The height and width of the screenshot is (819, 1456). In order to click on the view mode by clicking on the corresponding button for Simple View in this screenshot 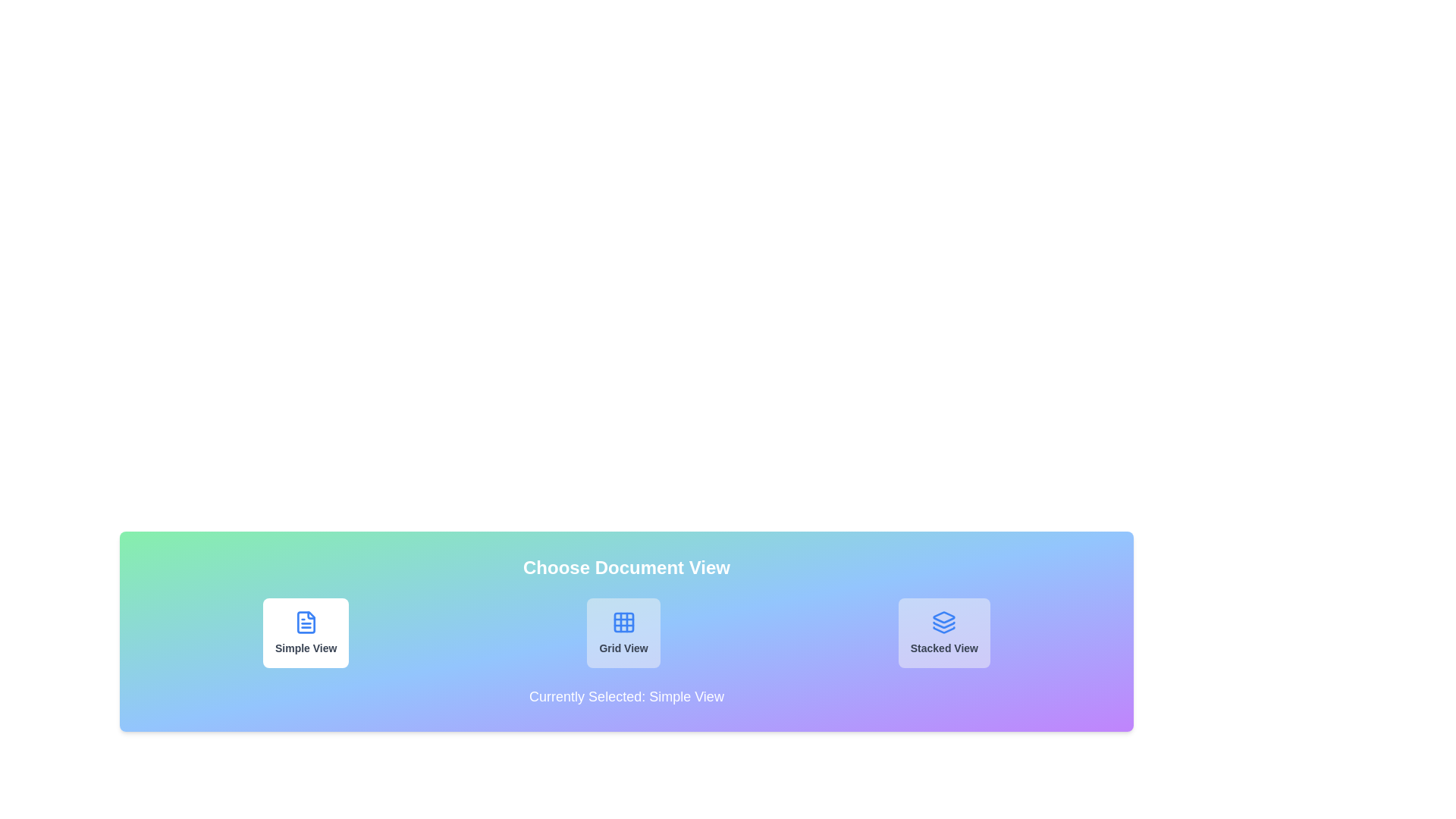, I will do `click(305, 632)`.